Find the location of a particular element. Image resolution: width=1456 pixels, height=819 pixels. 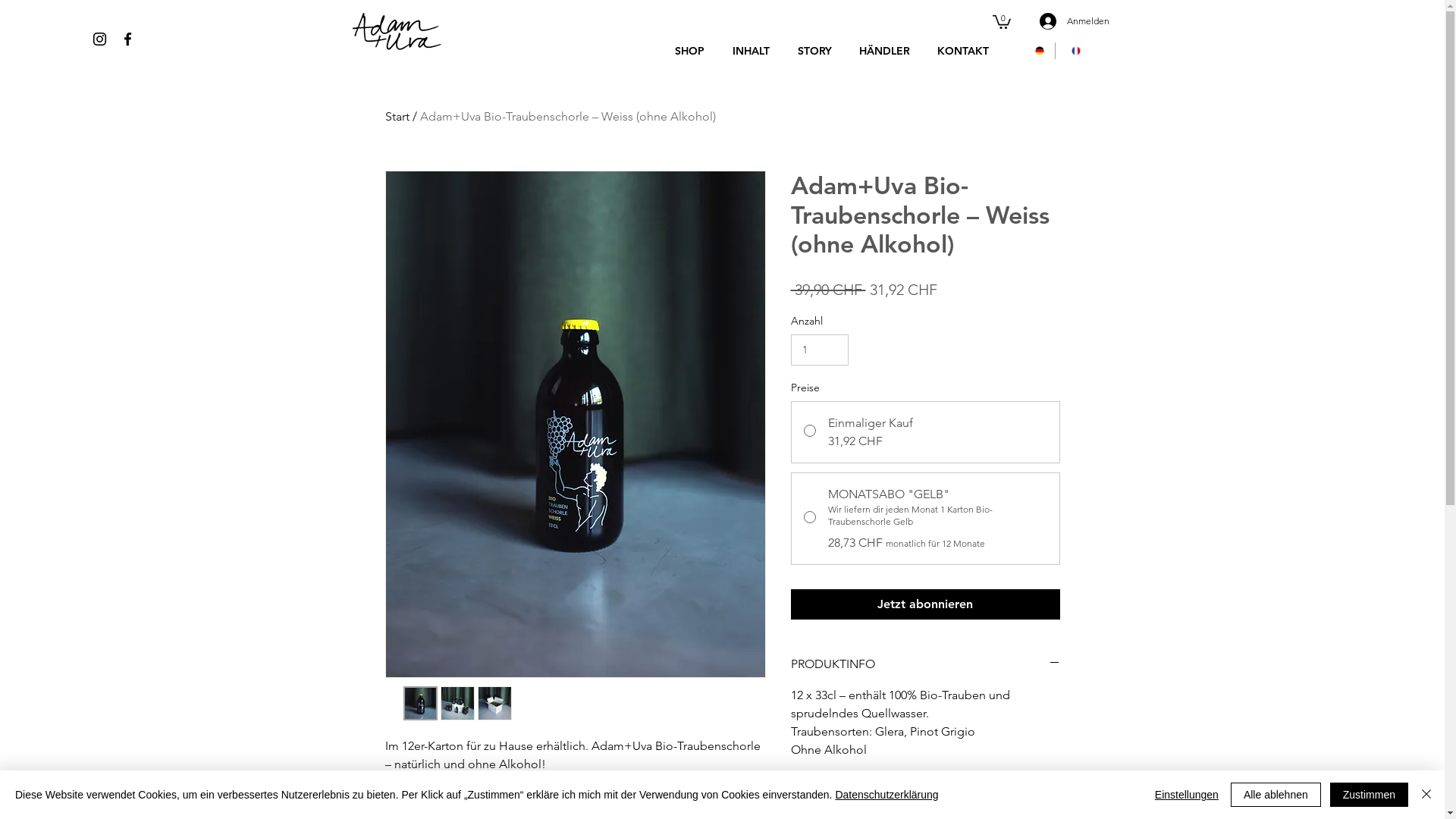

'SHOP' is located at coordinates (686, 49).